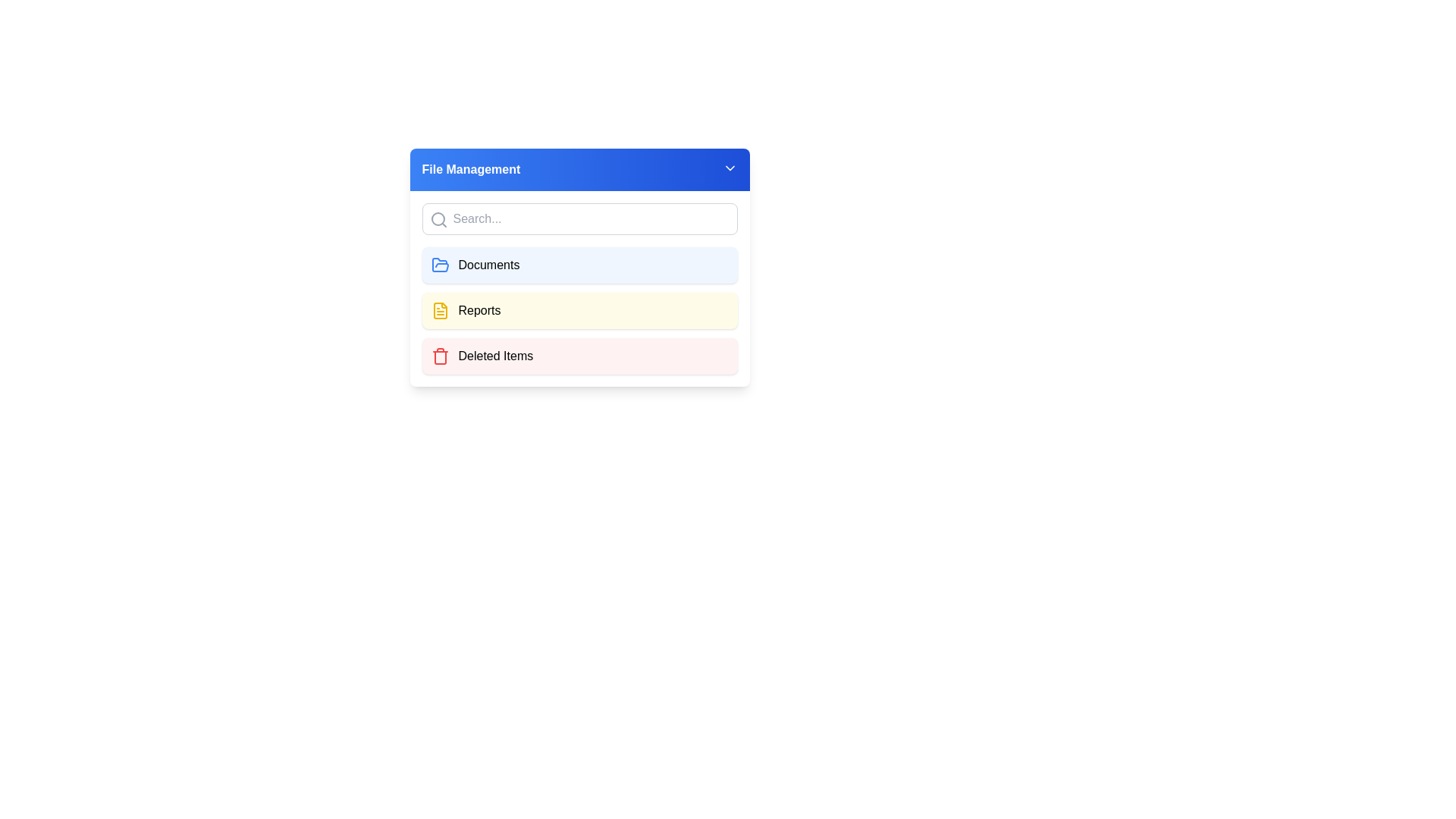 This screenshot has height=819, width=1456. Describe the element at coordinates (439, 309) in the screenshot. I see `the yellow file/document icon located in the 'Reports' menu, which is the third icon in sequence between 'Documents' and 'Deleted Items'` at that location.